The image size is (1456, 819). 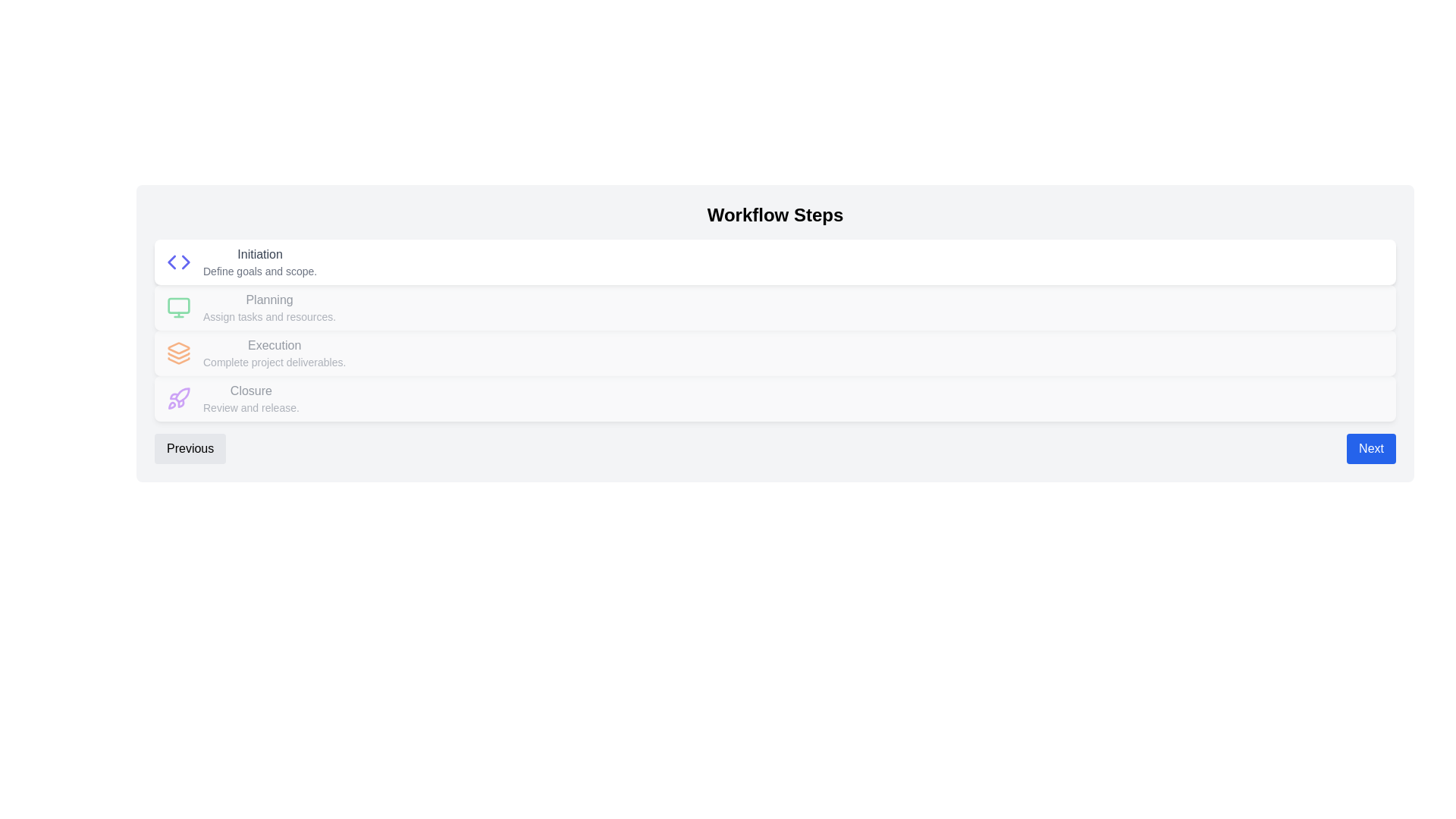 What do you see at coordinates (178, 305) in the screenshot?
I see `the SVG rectangle that represents a monitor icon in the 'Planning' step of the workflow` at bounding box center [178, 305].